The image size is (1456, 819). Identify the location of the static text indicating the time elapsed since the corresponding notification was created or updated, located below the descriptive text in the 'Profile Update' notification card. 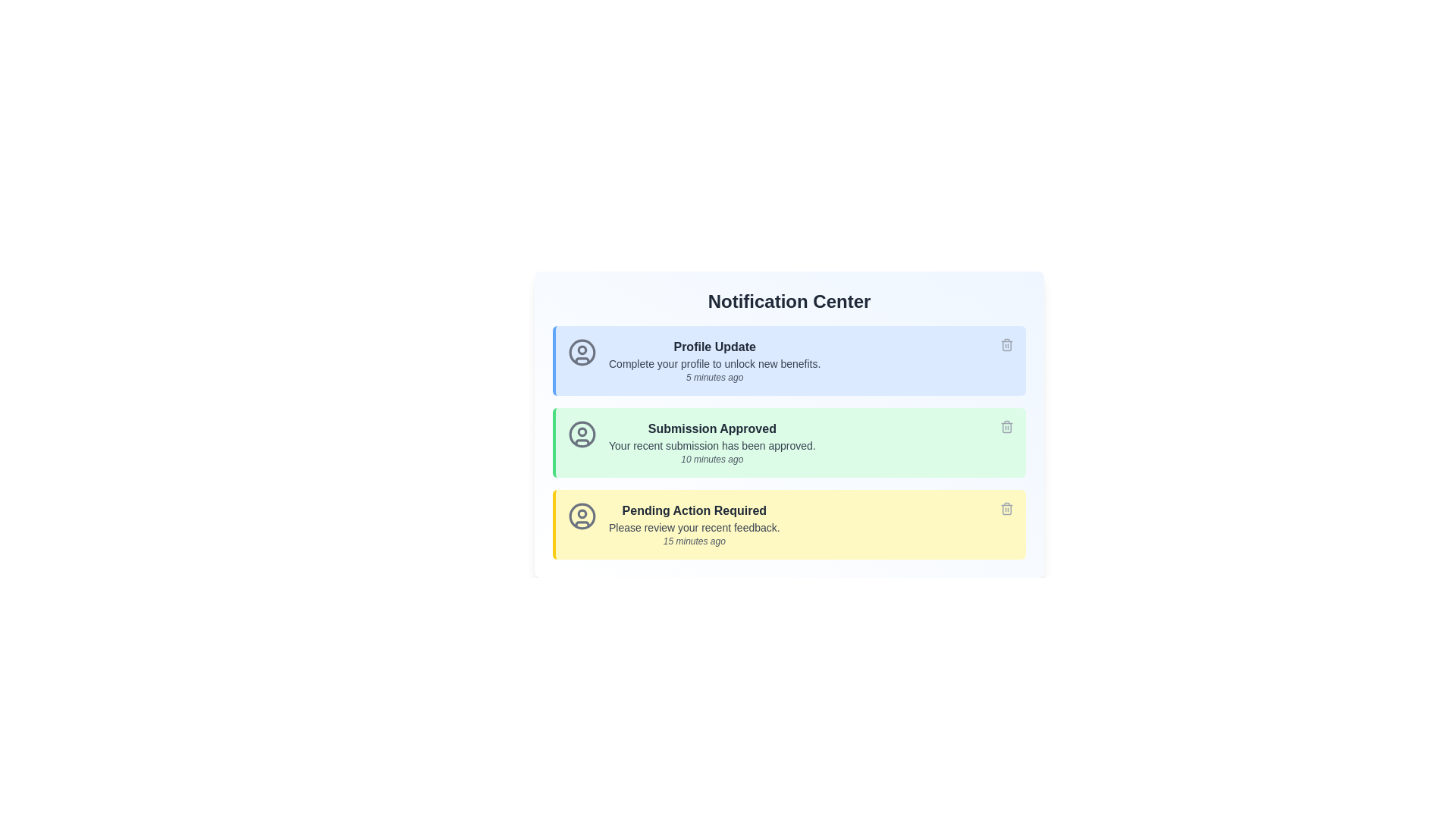
(714, 376).